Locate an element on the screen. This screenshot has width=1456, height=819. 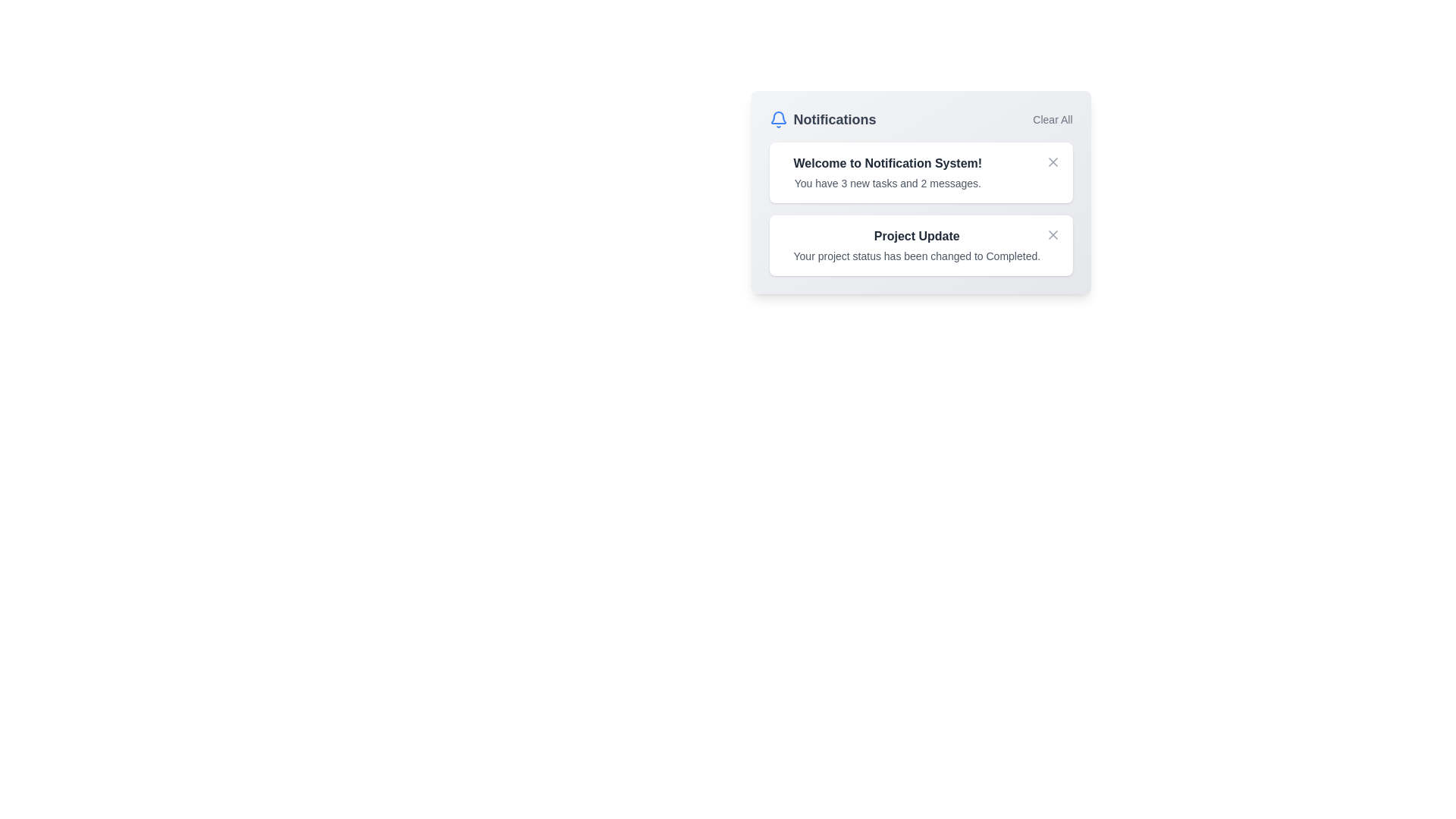
the 'Notifications' label with the blue bell icon located at the top-left corner of the notification panel is located at coordinates (821, 119).